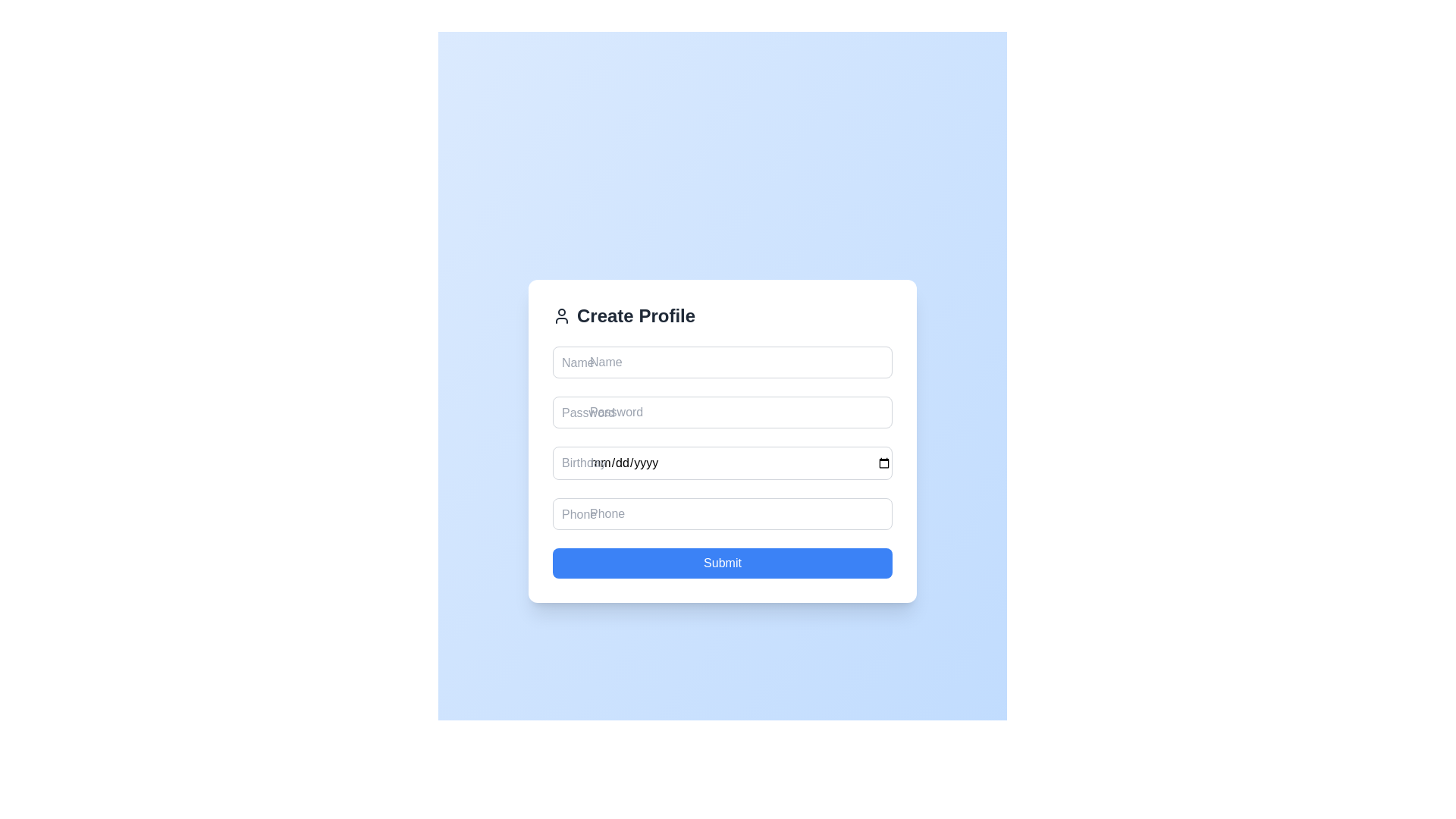 Image resolution: width=1456 pixels, height=819 pixels. Describe the element at coordinates (588, 413) in the screenshot. I see `the 'Password' text label, which is styled with a gray font color and positioned within a form field area, located below the 'Name' input field and above the 'Birthday' field` at that location.